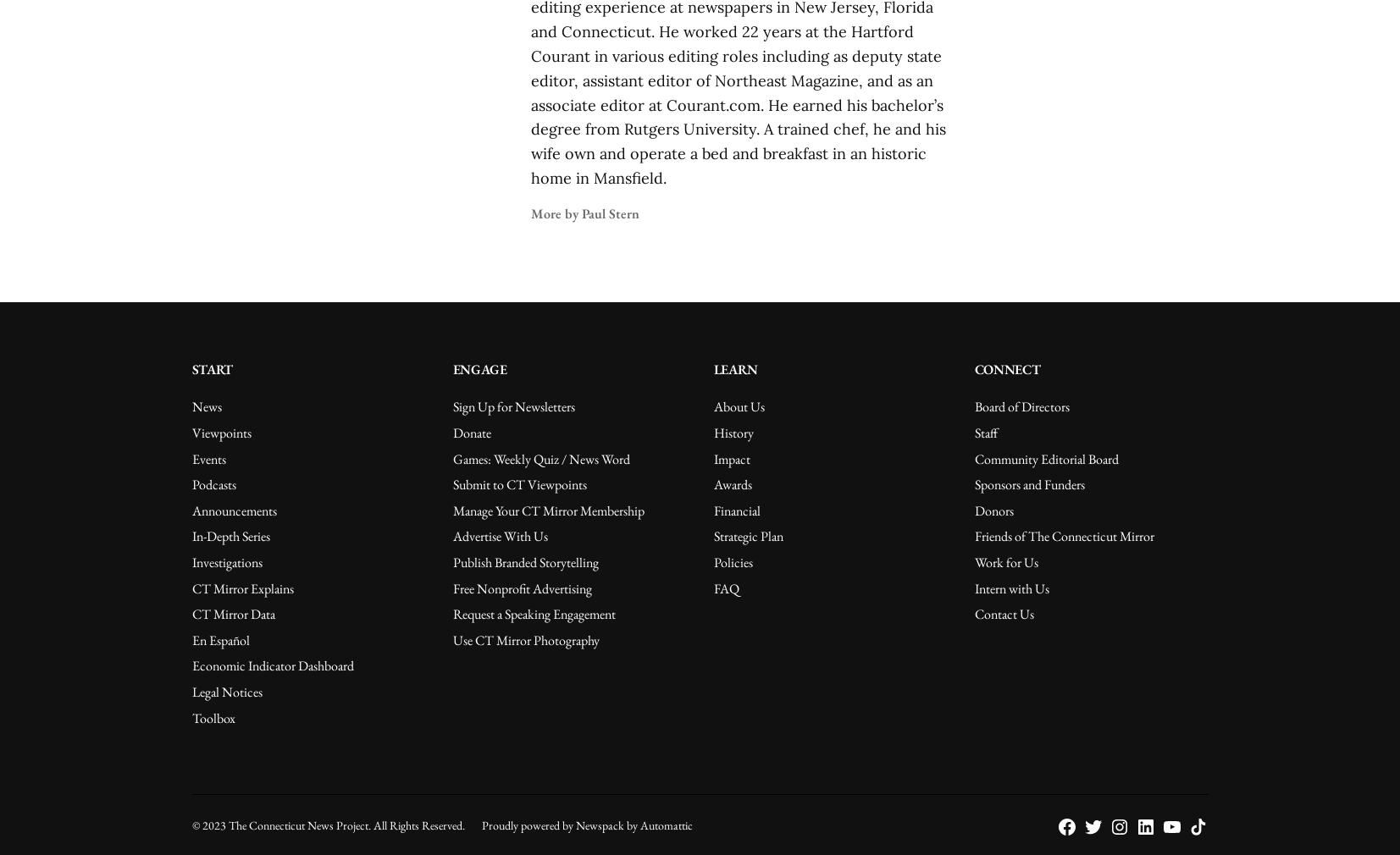 This screenshot has height=855, width=1400. What do you see at coordinates (219, 638) in the screenshot?
I see `'En Español'` at bounding box center [219, 638].